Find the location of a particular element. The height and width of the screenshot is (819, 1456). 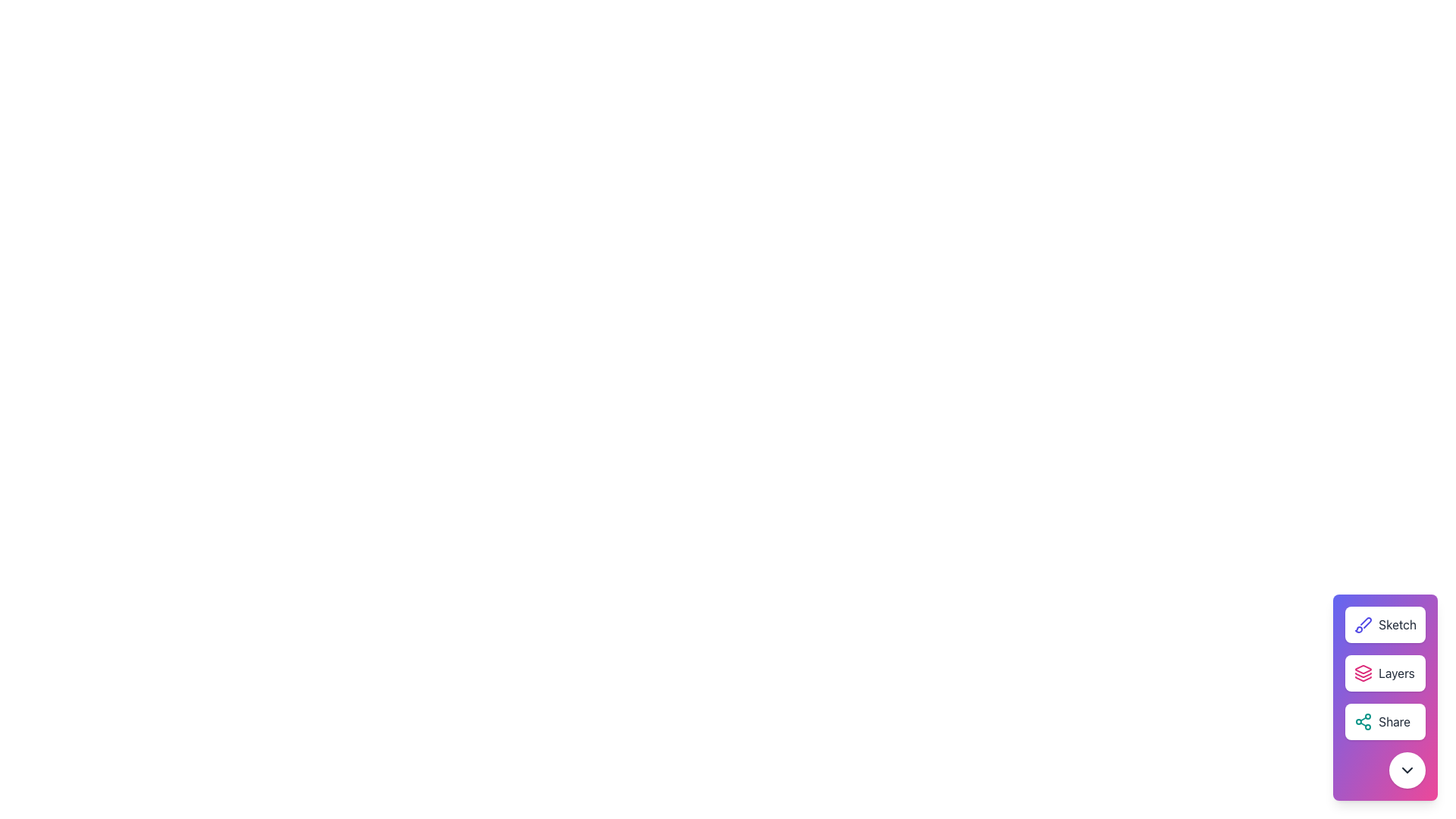

the middle pink icon in the vertical toolbar located near the center-right of the interface is located at coordinates (1363, 674).